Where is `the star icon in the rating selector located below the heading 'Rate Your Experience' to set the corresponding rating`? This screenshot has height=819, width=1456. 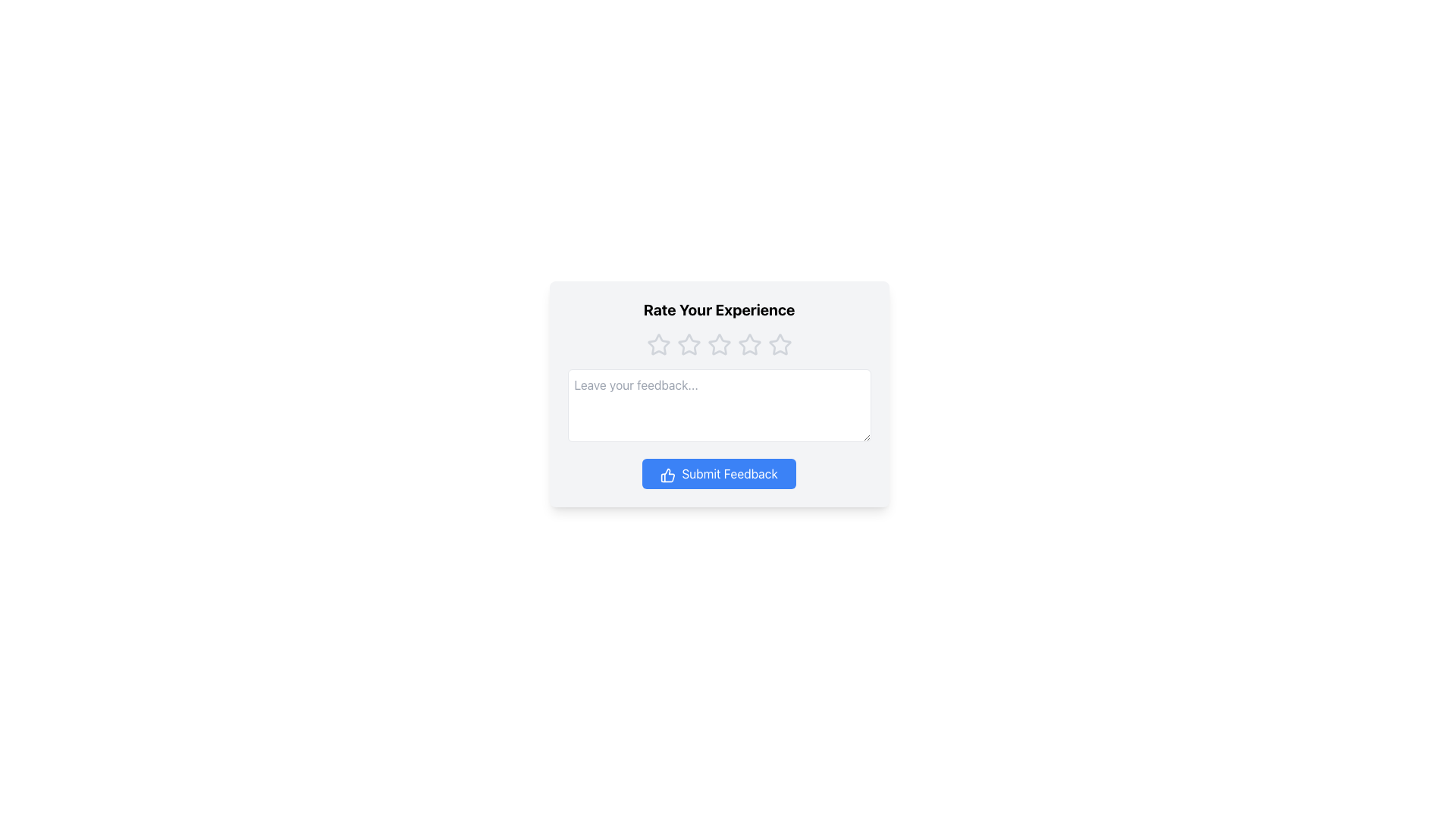
the star icon in the rating selector located below the heading 'Rate Your Experience' to set the corresponding rating is located at coordinates (718, 345).